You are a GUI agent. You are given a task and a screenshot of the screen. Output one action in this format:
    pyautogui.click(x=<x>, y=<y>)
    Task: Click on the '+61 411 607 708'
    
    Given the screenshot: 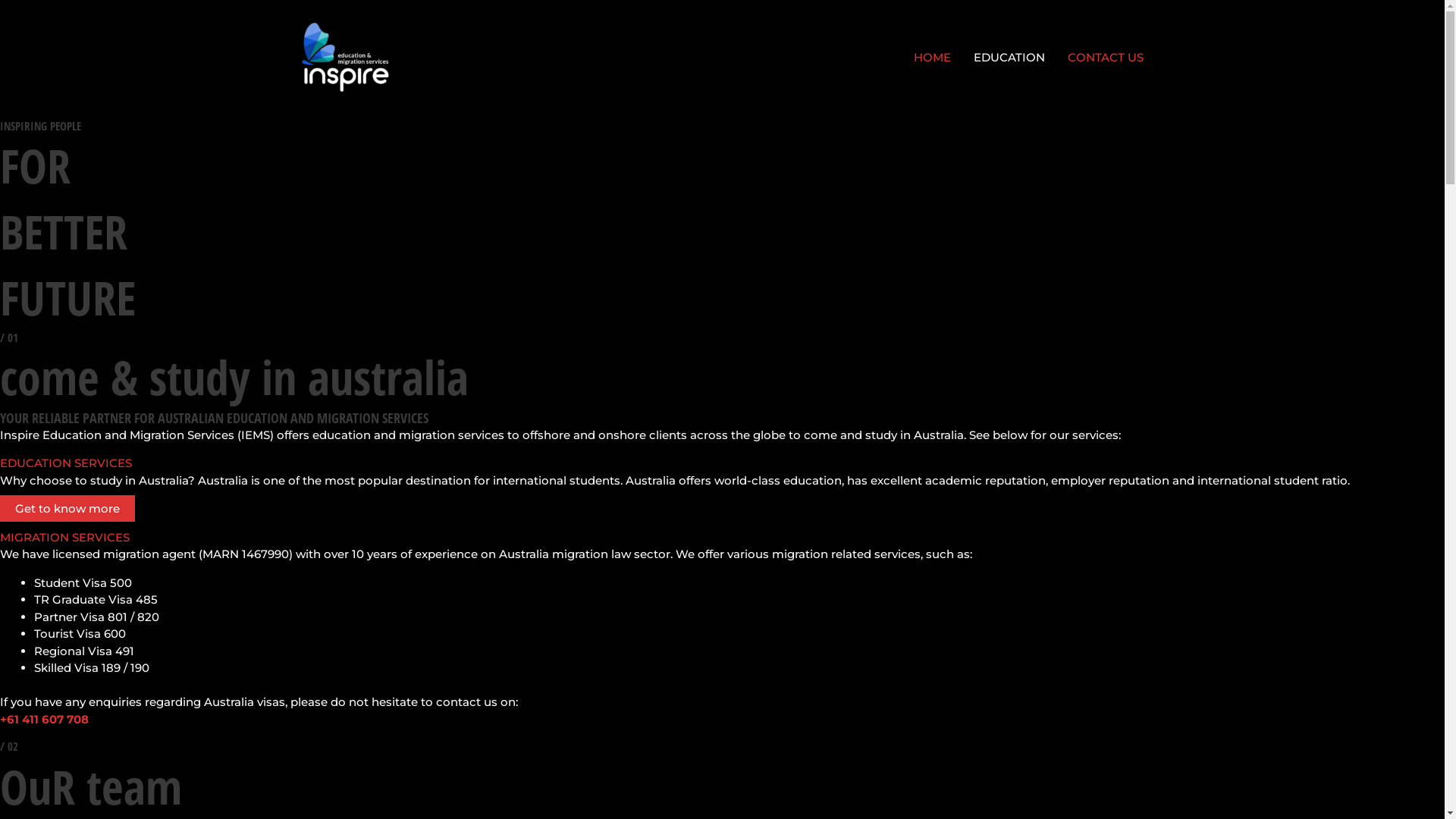 What is the action you would take?
    pyautogui.click(x=44, y=718)
    